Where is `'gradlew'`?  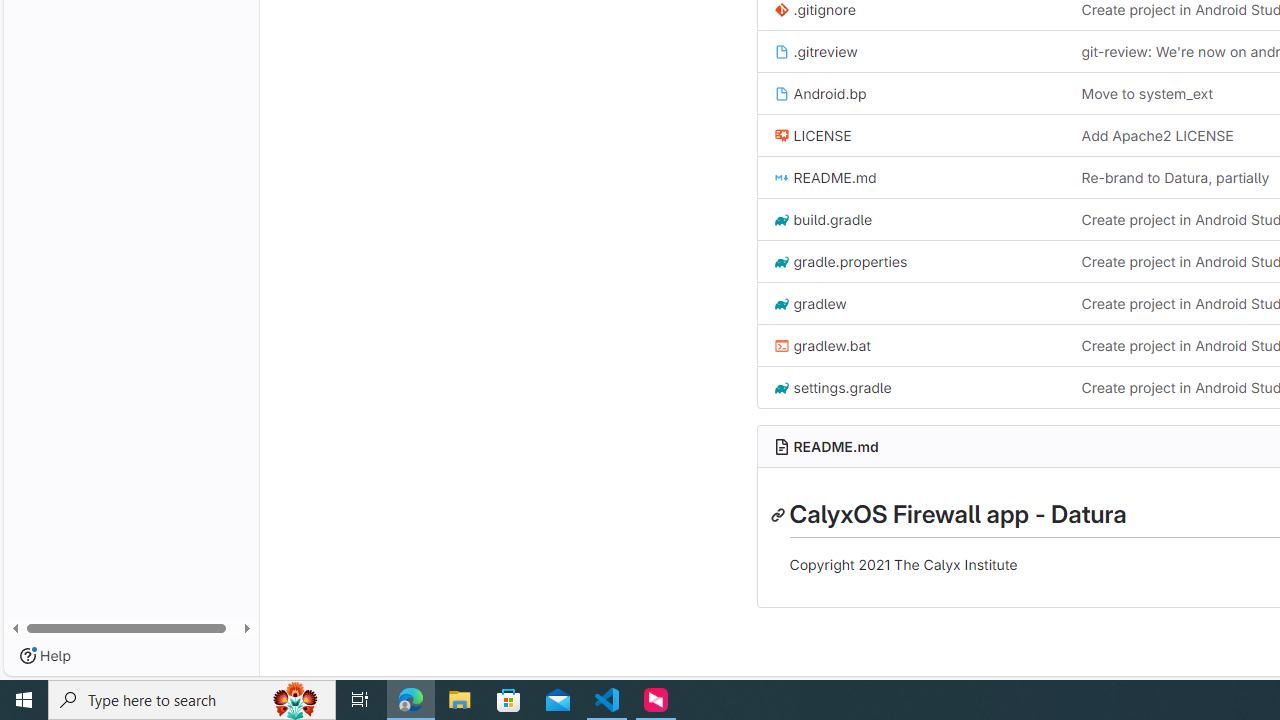 'gradlew' is located at coordinates (810, 303).